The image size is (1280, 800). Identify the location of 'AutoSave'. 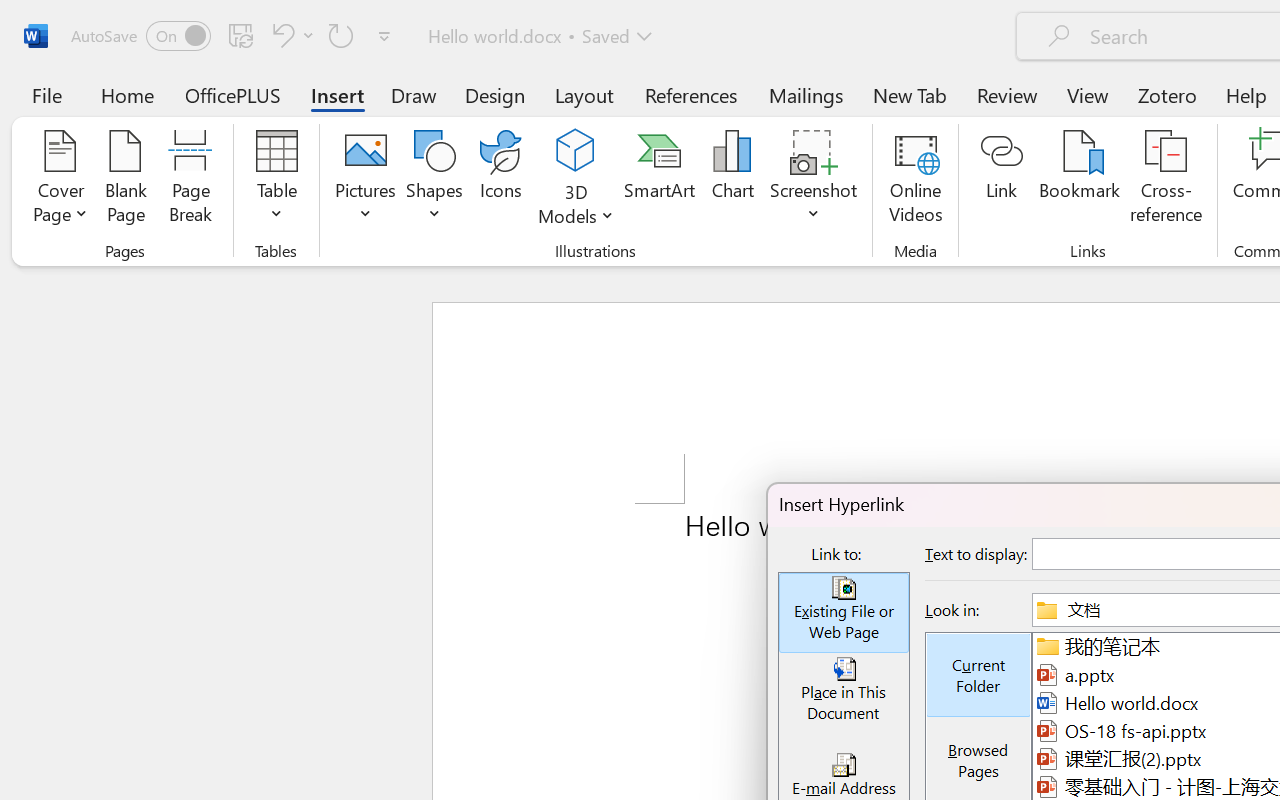
(139, 35).